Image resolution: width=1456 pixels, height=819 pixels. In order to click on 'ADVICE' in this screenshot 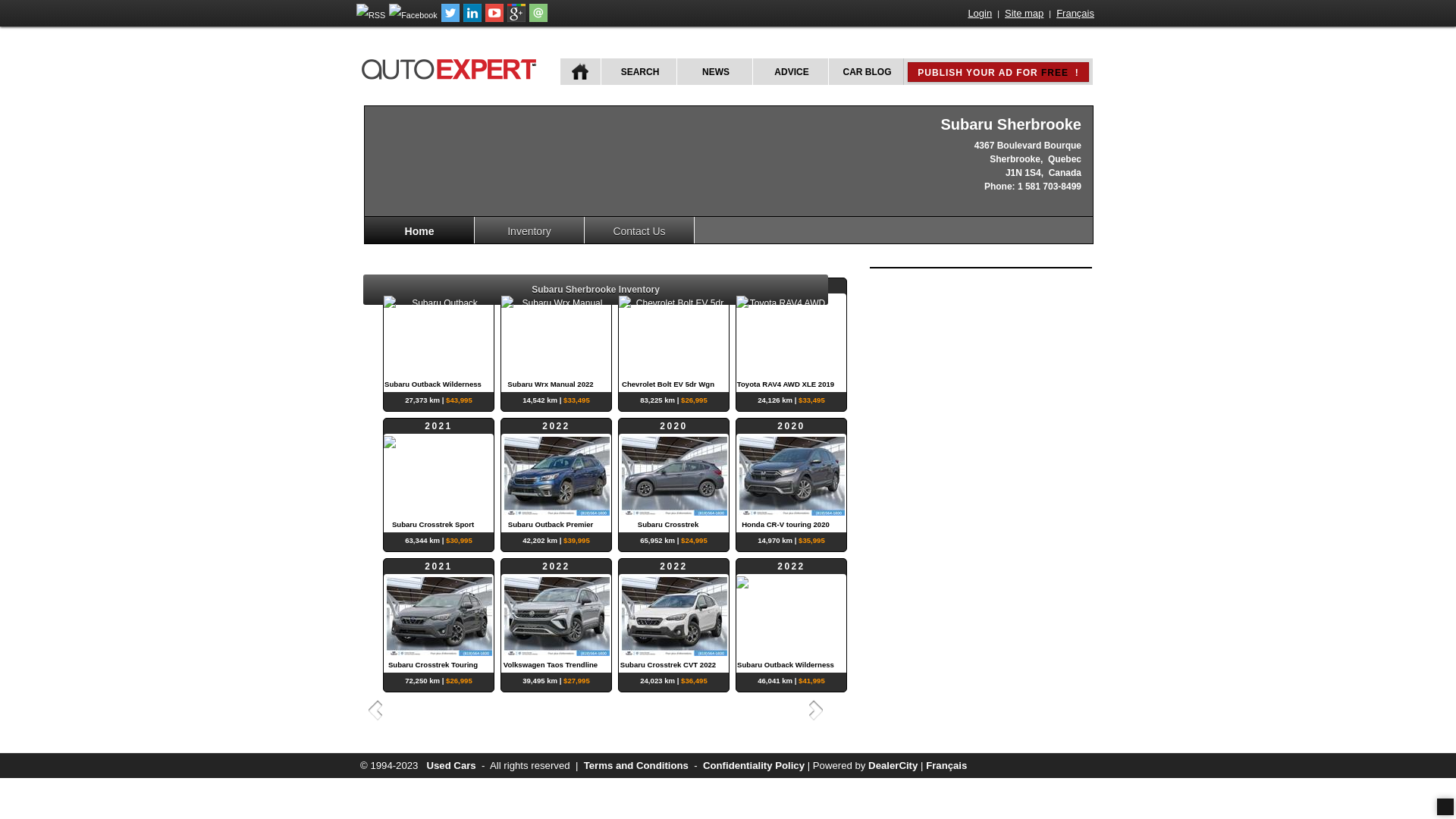, I will do `click(789, 71)`.